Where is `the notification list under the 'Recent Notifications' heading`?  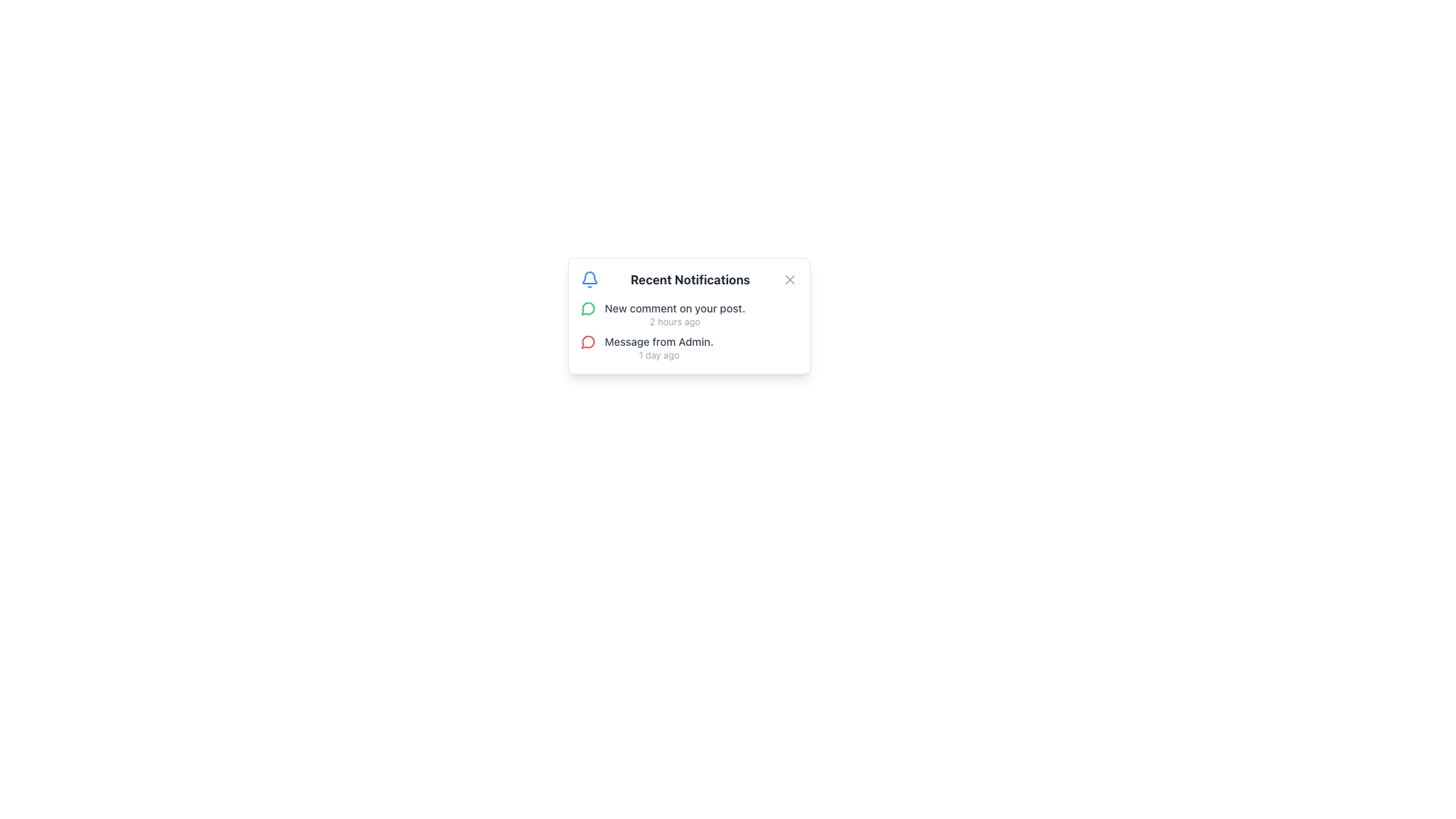 the notification list under the 'Recent Notifications' heading is located at coordinates (688, 330).